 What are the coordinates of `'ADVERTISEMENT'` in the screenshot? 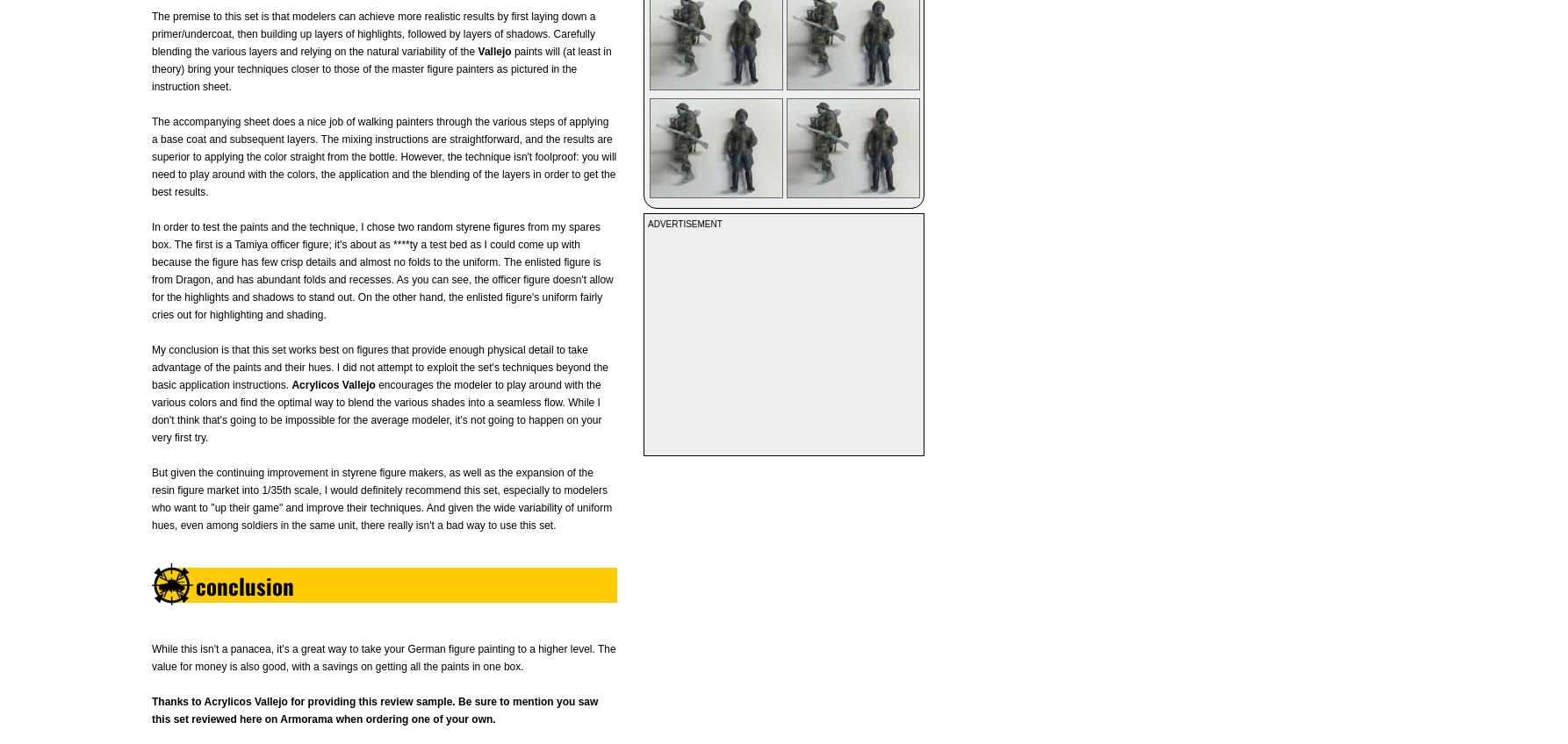 It's located at (683, 223).